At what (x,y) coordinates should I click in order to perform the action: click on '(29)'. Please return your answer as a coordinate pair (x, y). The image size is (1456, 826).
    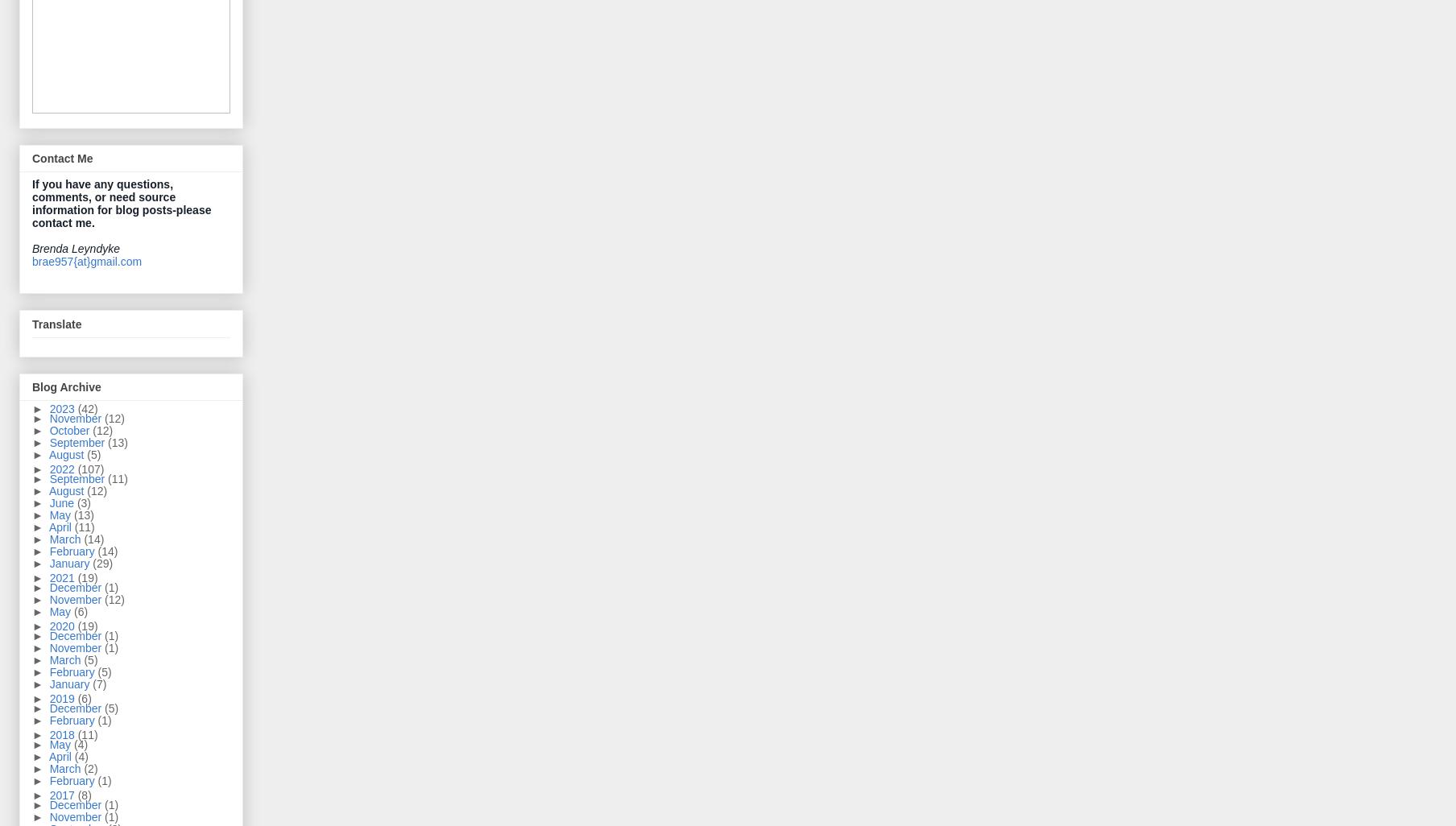
    Looking at the image, I should click on (101, 562).